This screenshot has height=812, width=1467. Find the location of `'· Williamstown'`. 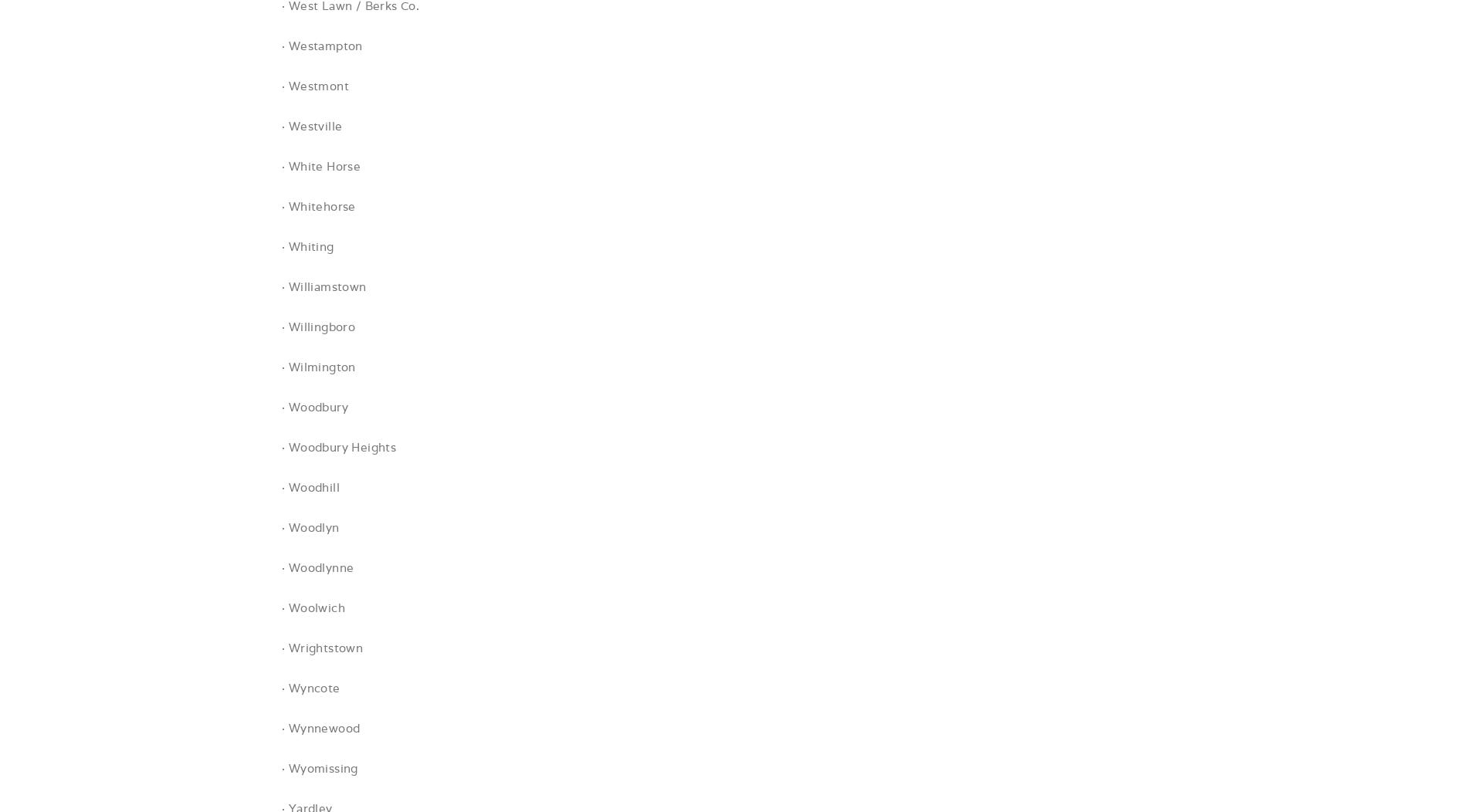

'· Williamstown' is located at coordinates (323, 286).